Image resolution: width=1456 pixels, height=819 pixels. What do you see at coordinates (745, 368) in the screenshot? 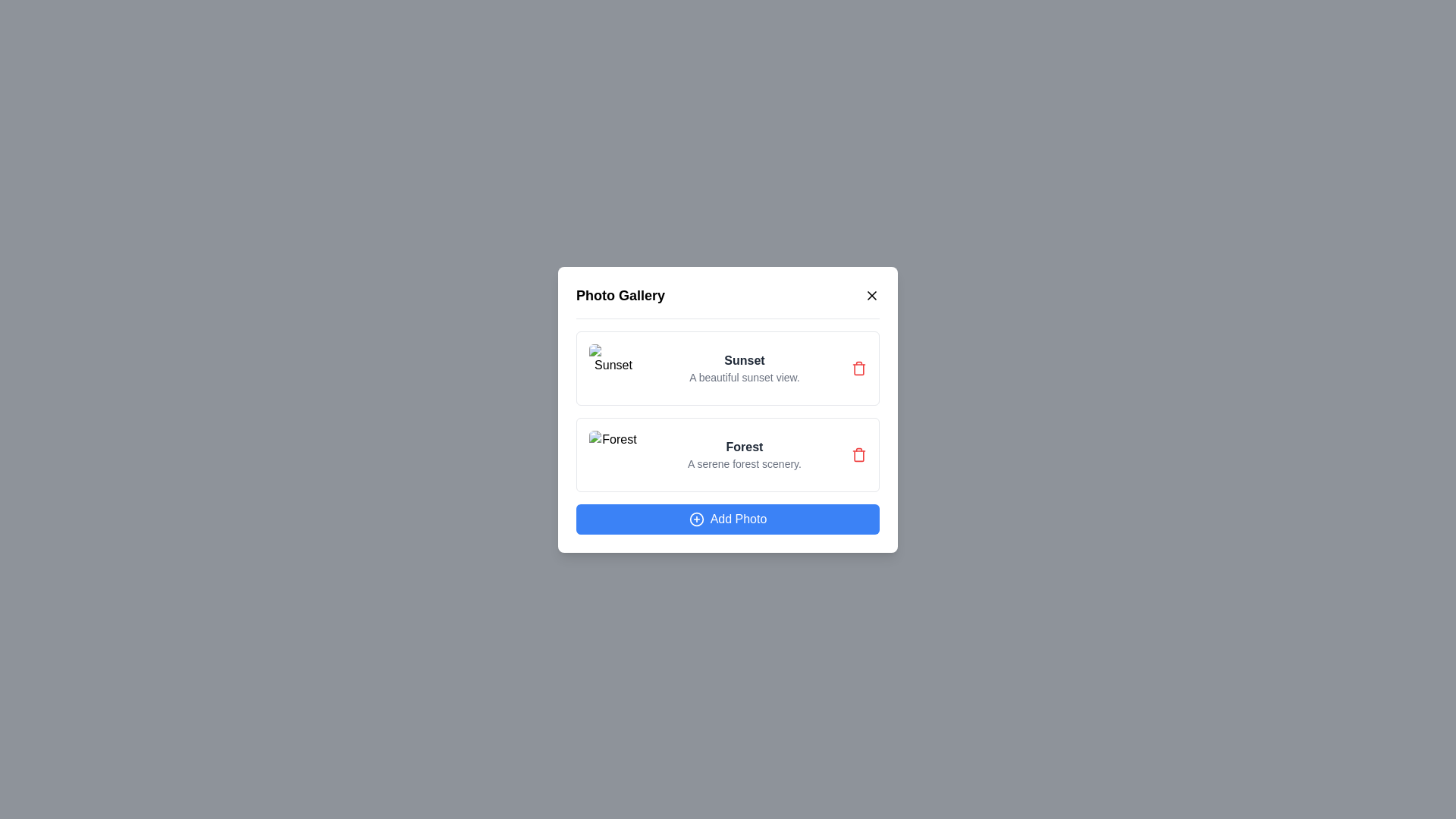
I see `the Text block that displays the title and description of the 'Sunset' photo, which is located to the right of a small square image and above a red delete button in the 'Photo Gallery' list` at bounding box center [745, 368].